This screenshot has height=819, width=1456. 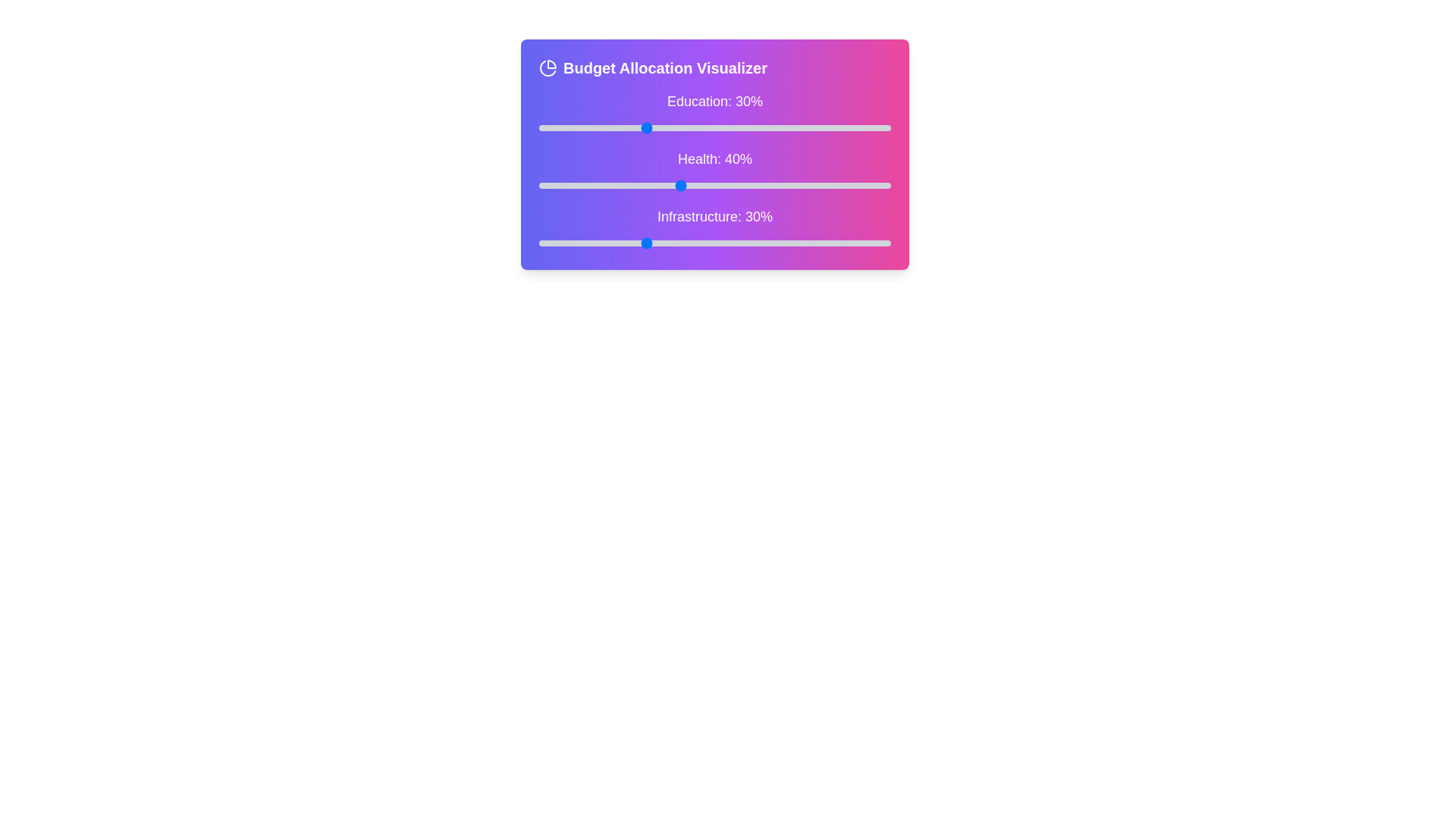 What do you see at coordinates (665, 67) in the screenshot?
I see `the bold text label reading 'Budget Allocation Visualizer', which is styled with a large font size and bold weight, located in a horizontally aligned section with an icon to its left` at bounding box center [665, 67].